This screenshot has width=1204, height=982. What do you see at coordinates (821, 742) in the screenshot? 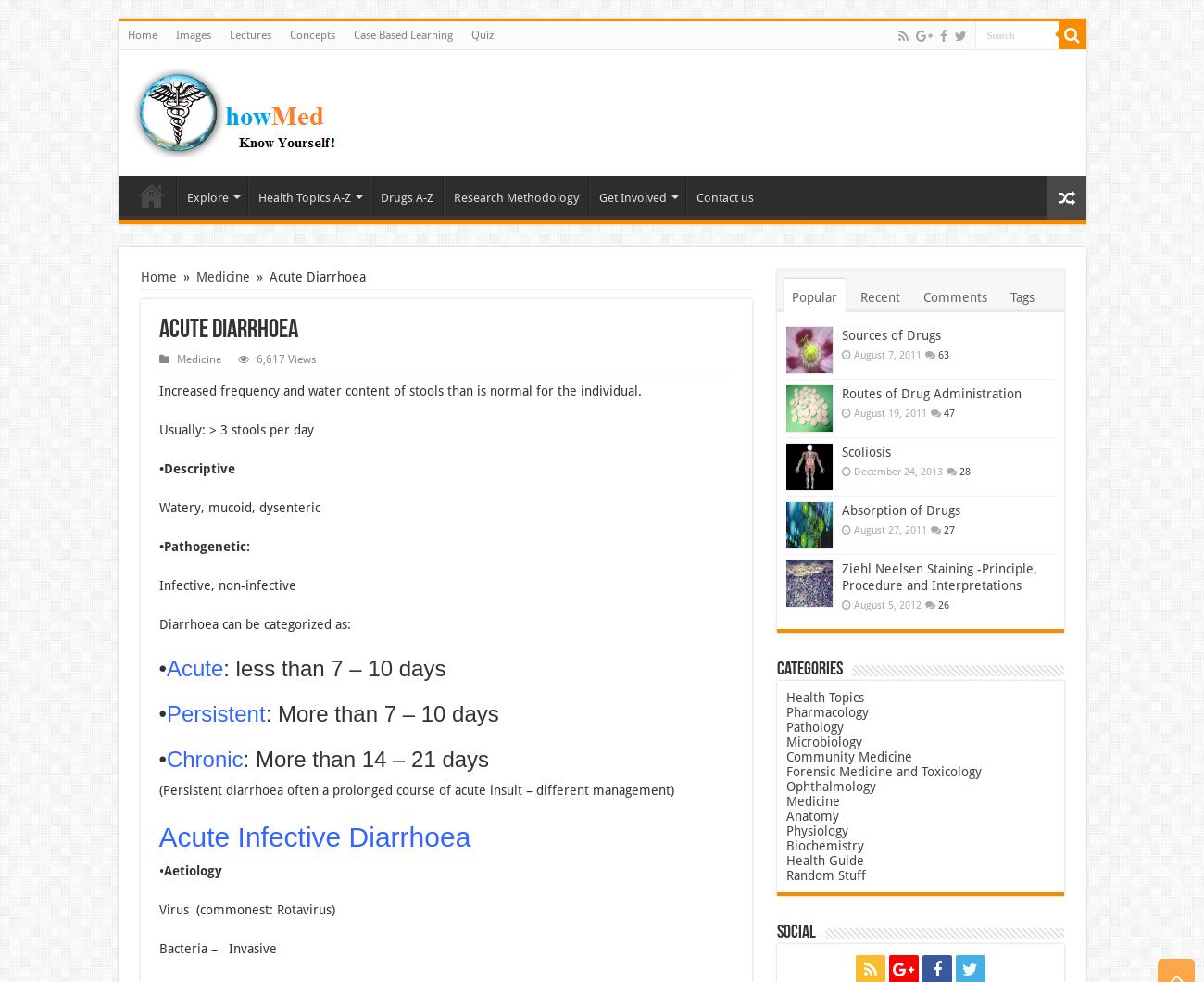
I see `'Microbiology'` at bounding box center [821, 742].